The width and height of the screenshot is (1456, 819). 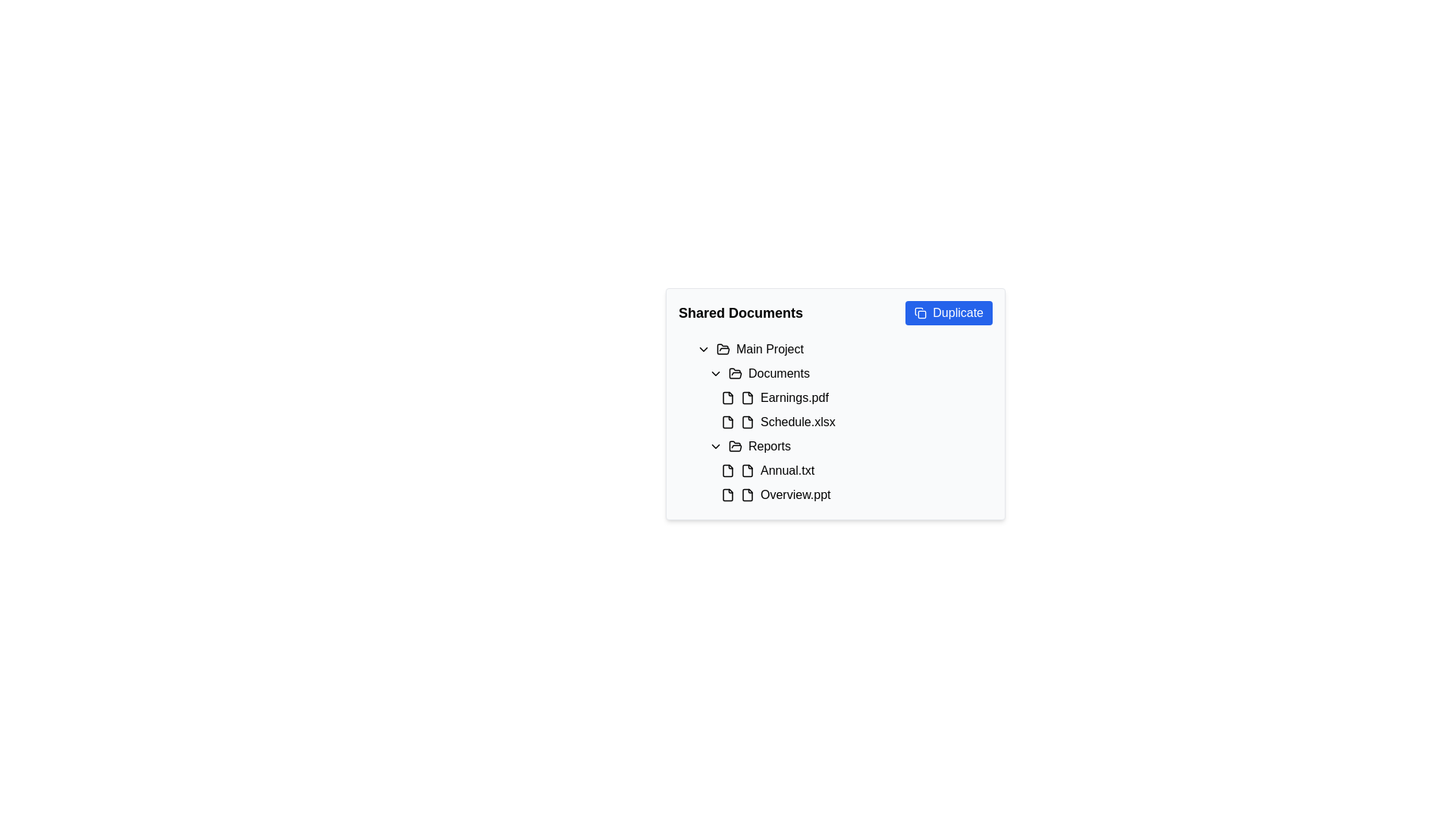 What do you see at coordinates (770, 446) in the screenshot?
I see `the 'Reports' text label in the navigation component` at bounding box center [770, 446].